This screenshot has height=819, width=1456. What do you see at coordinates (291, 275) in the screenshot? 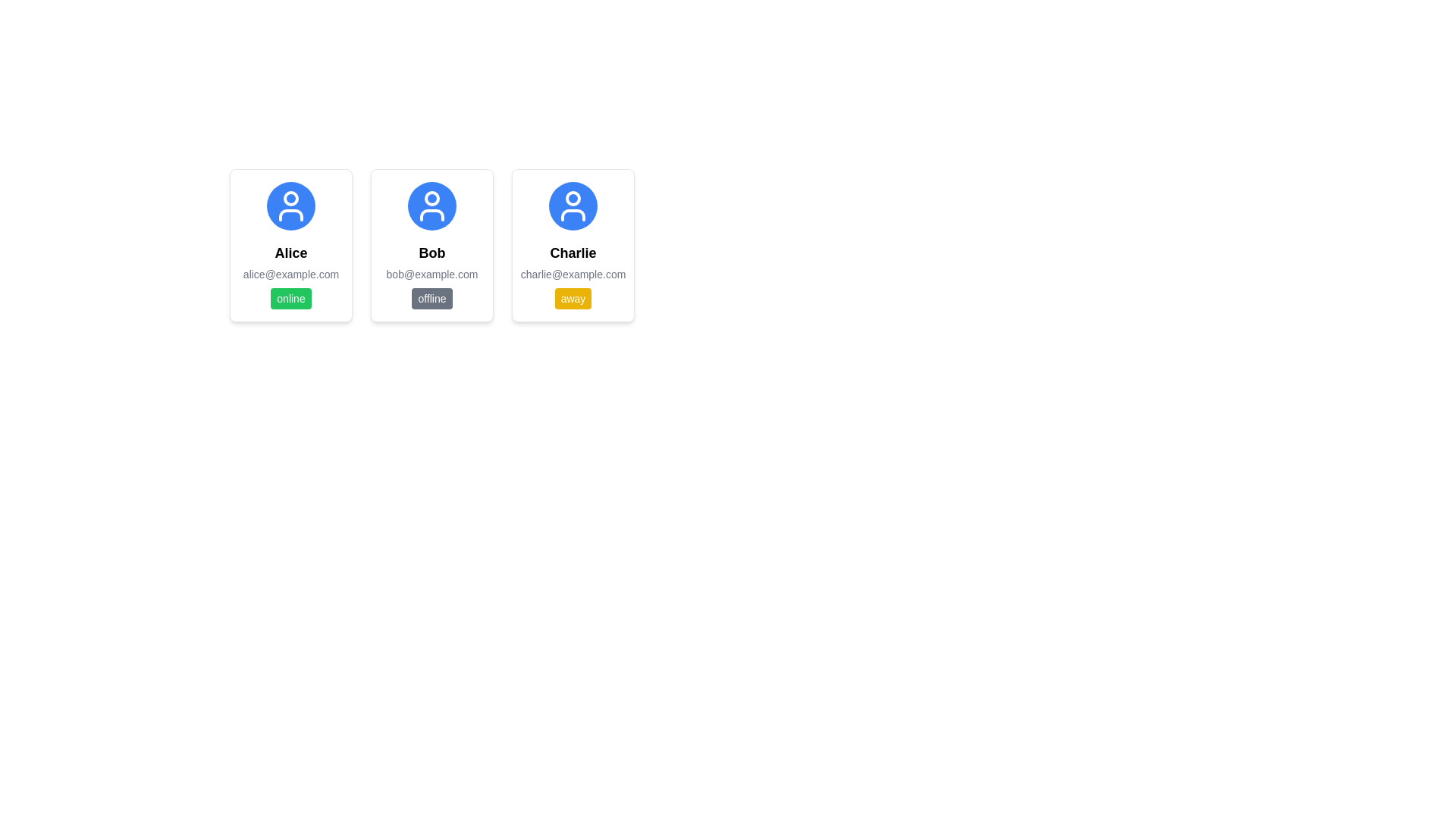
I see `the static text displaying the email address associated with Alice, located below her name and above the online status button` at bounding box center [291, 275].